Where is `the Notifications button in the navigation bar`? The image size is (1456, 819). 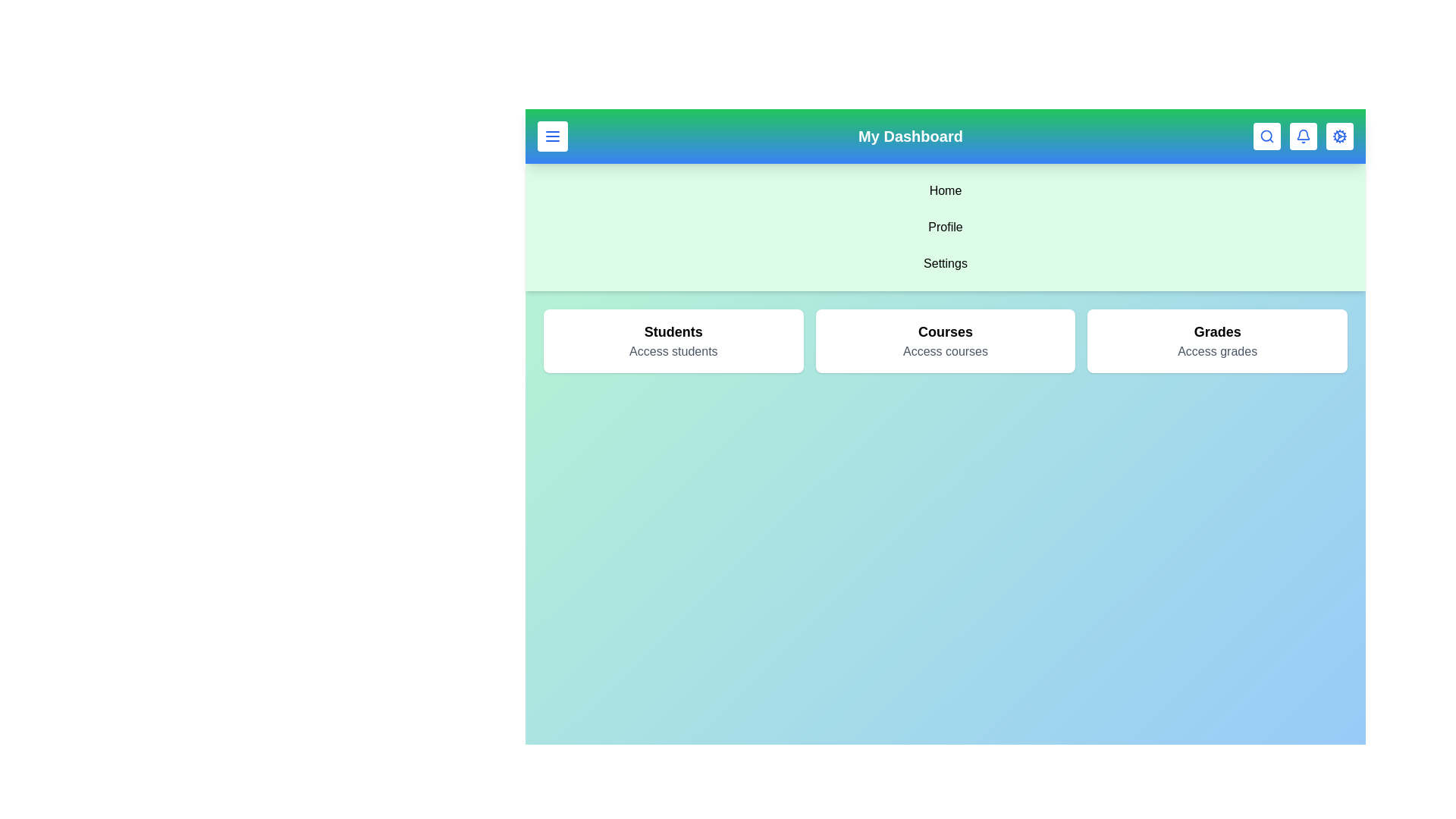
the Notifications button in the navigation bar is located at coordinates (1302, 136).